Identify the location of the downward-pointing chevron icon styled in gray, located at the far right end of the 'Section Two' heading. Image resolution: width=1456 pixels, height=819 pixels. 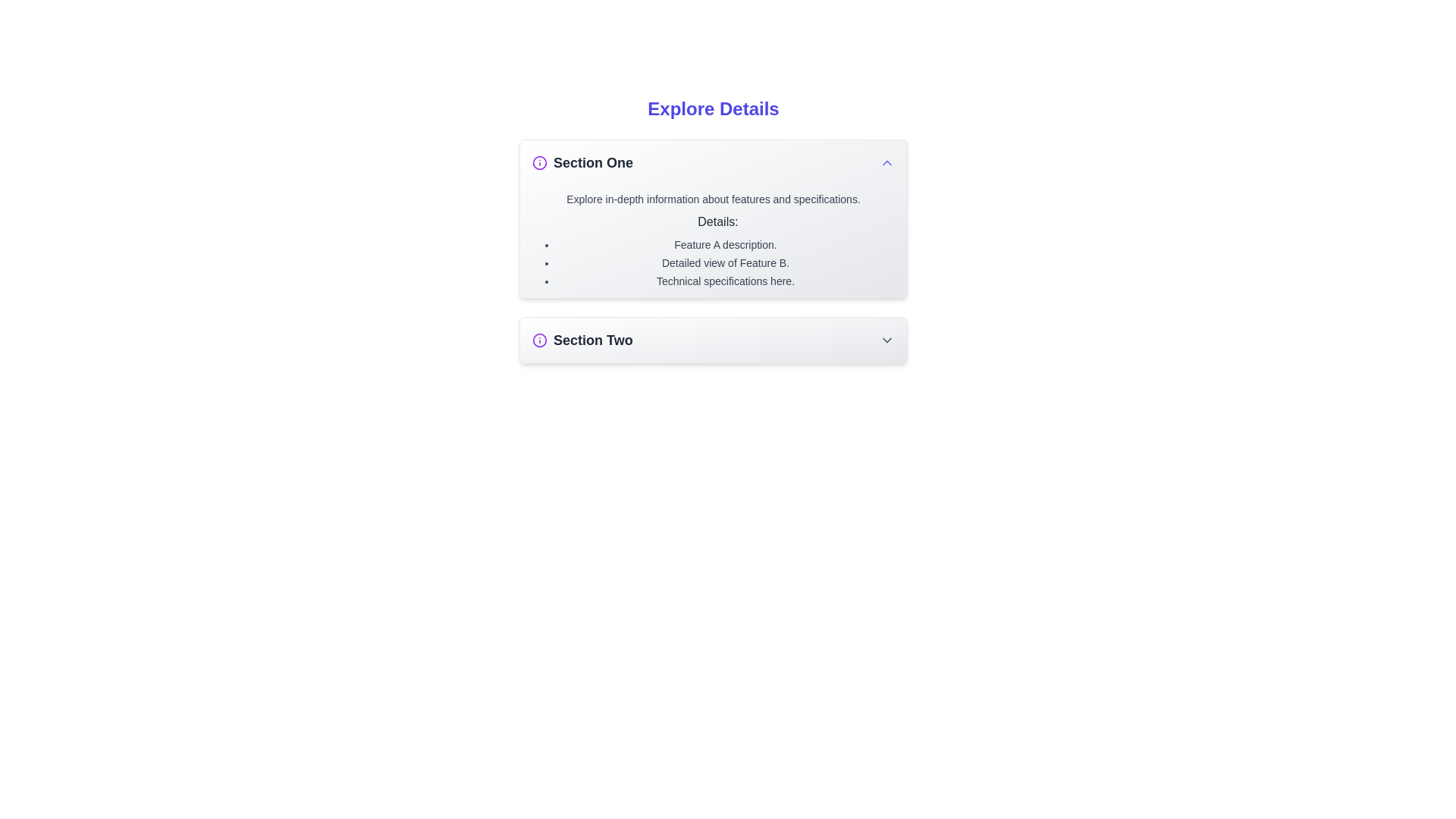
(887, 339).